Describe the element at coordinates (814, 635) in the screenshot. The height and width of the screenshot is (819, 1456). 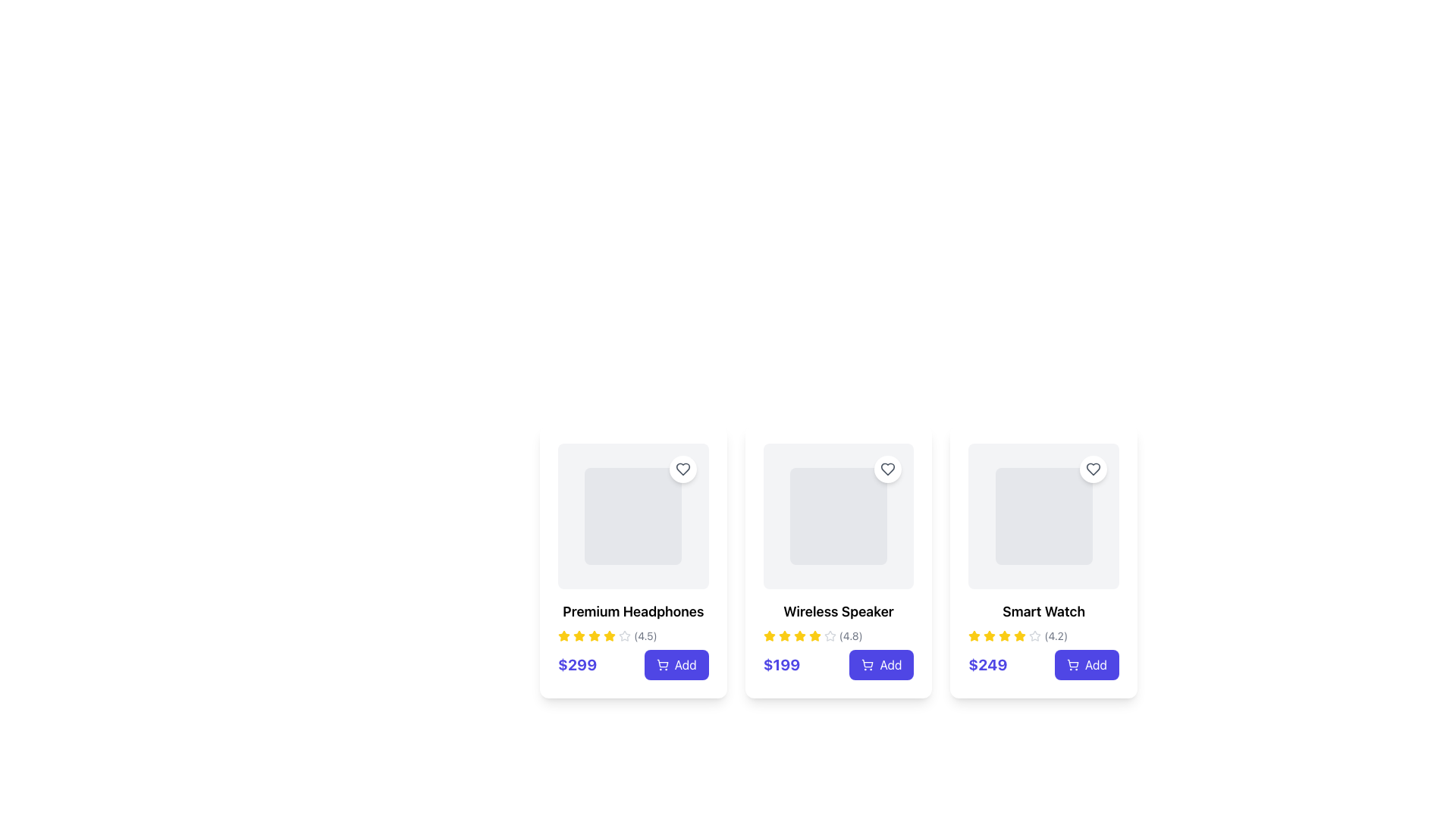
I see `the fifth star icon representing the rating for the 'Wireless Speaker' product, which is part of a graphical indicator of user ratings` at that location.